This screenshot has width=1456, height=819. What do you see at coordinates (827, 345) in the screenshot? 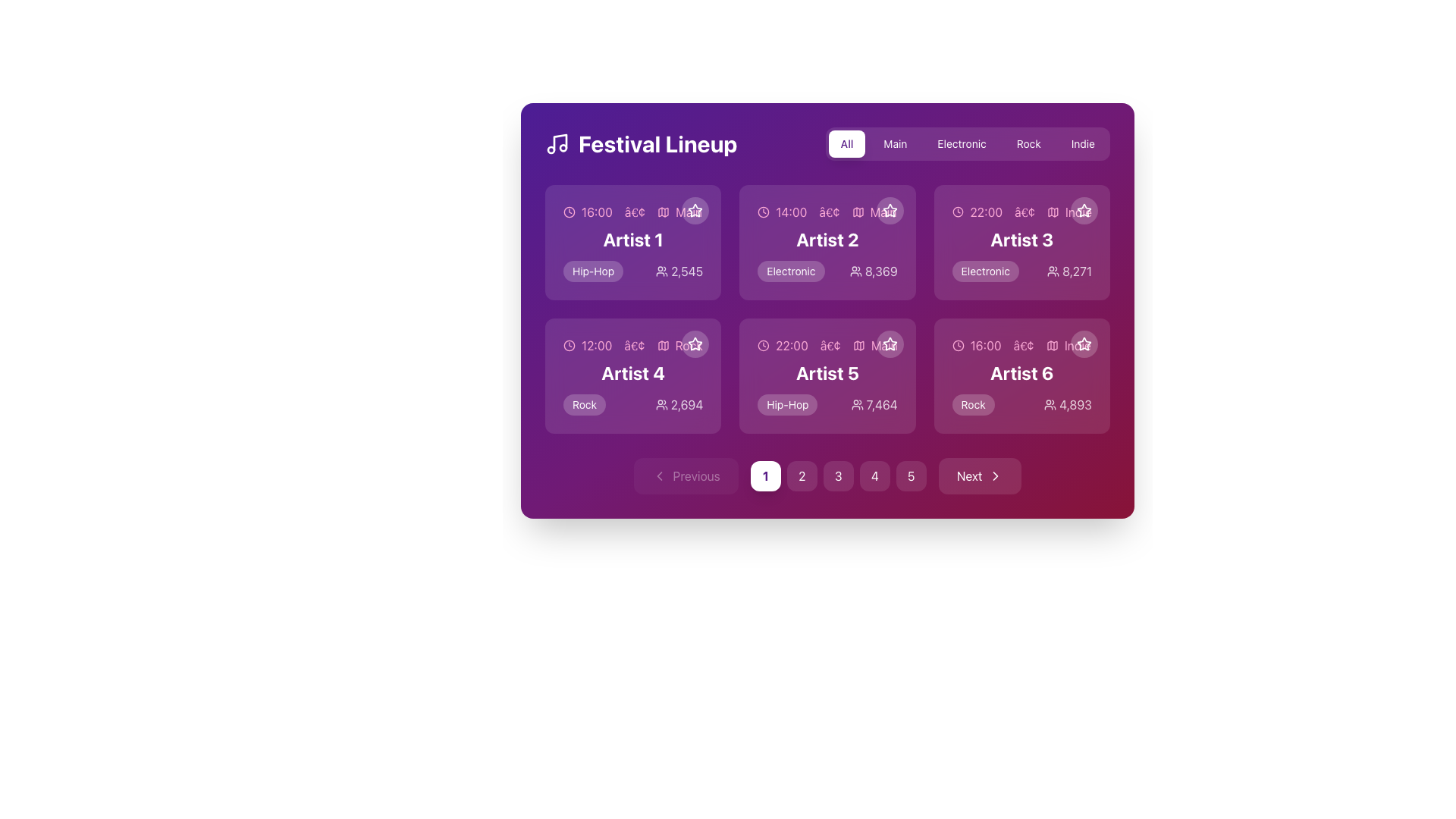
I see `text '22:00' and observe the icons (clock and map) in the Informational label with icons, which is part of the 'Artist 5' block` at bounding box center [827, 345].